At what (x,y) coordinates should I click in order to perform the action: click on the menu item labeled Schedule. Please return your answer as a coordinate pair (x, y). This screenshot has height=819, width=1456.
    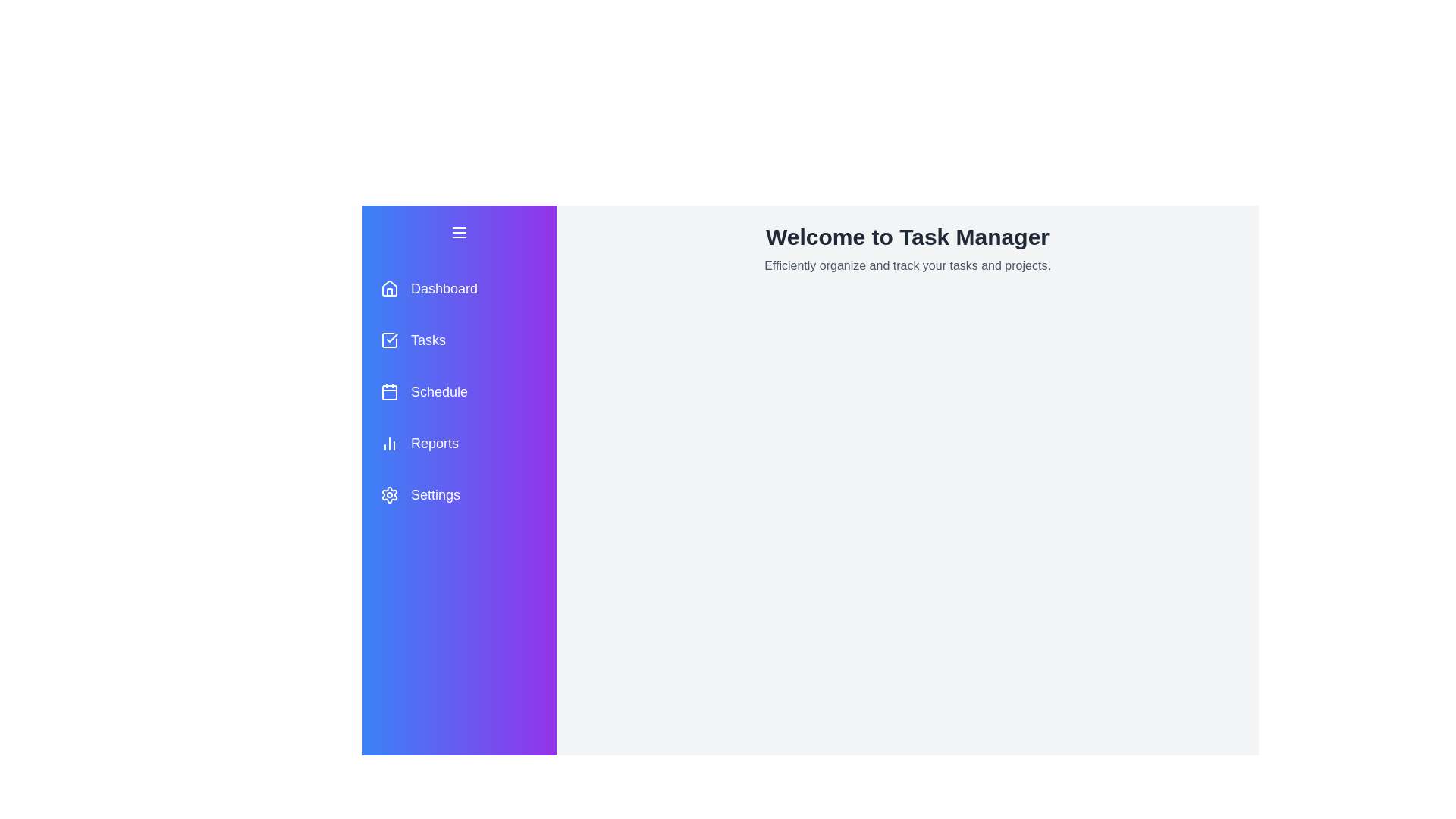
    Looking at the image, I should click on (458, 391).